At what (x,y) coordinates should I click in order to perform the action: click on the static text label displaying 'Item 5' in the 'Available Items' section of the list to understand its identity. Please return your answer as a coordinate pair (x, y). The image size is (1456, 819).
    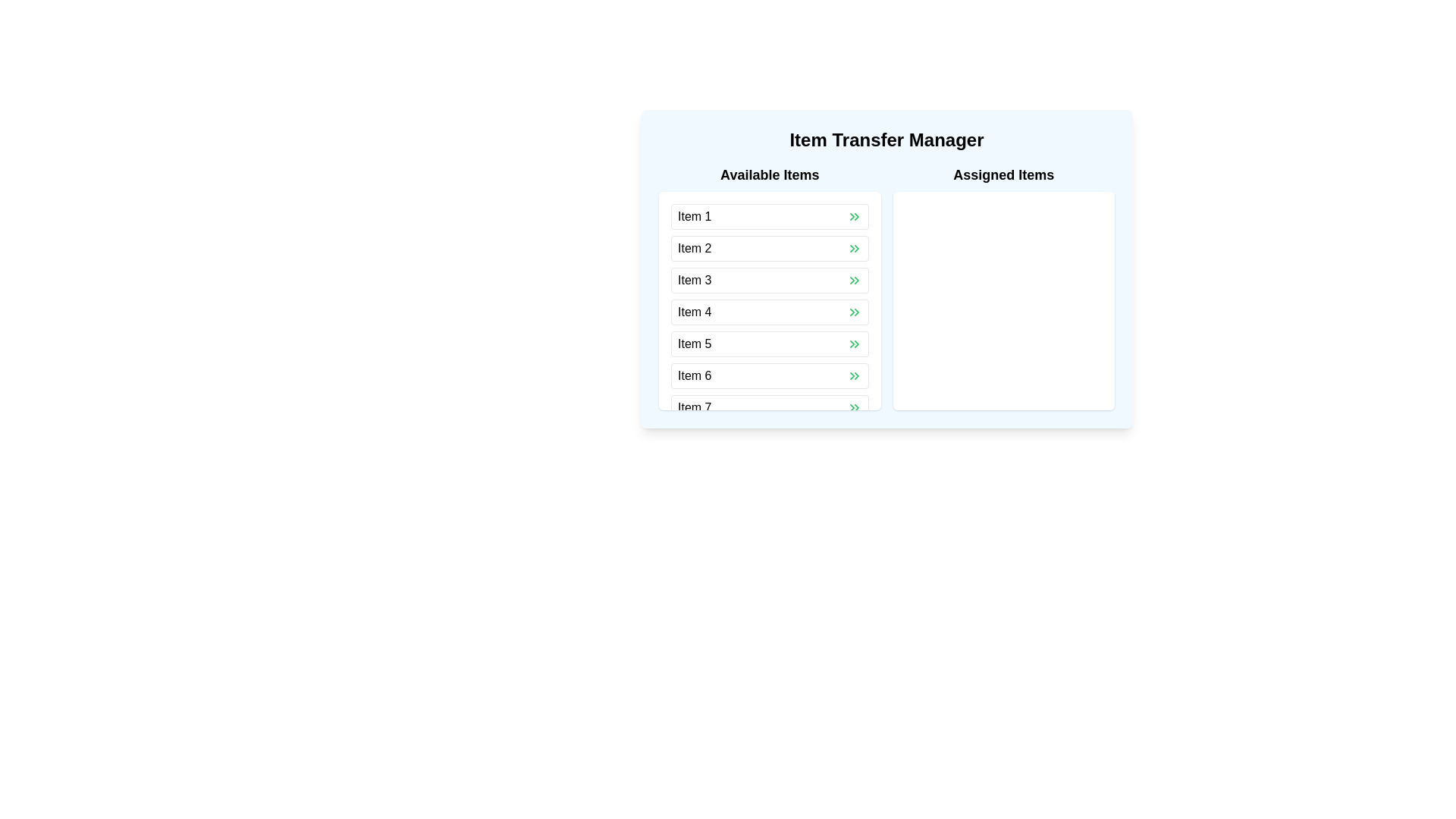
    Looking at the image, I should click on (694, 344).